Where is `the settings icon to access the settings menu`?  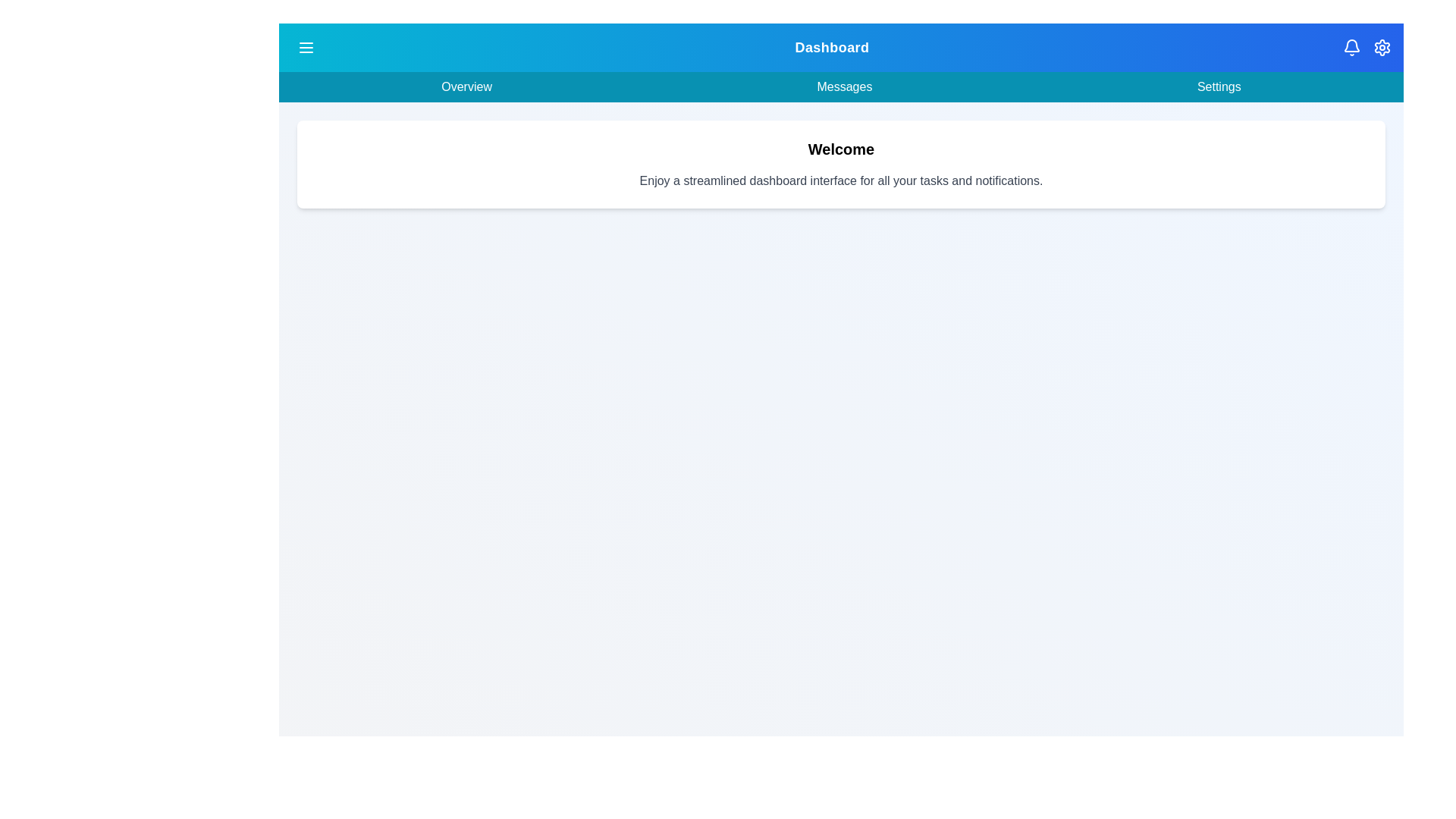
the settings icon to access the settings menu is located at coordinates (1382, 46).